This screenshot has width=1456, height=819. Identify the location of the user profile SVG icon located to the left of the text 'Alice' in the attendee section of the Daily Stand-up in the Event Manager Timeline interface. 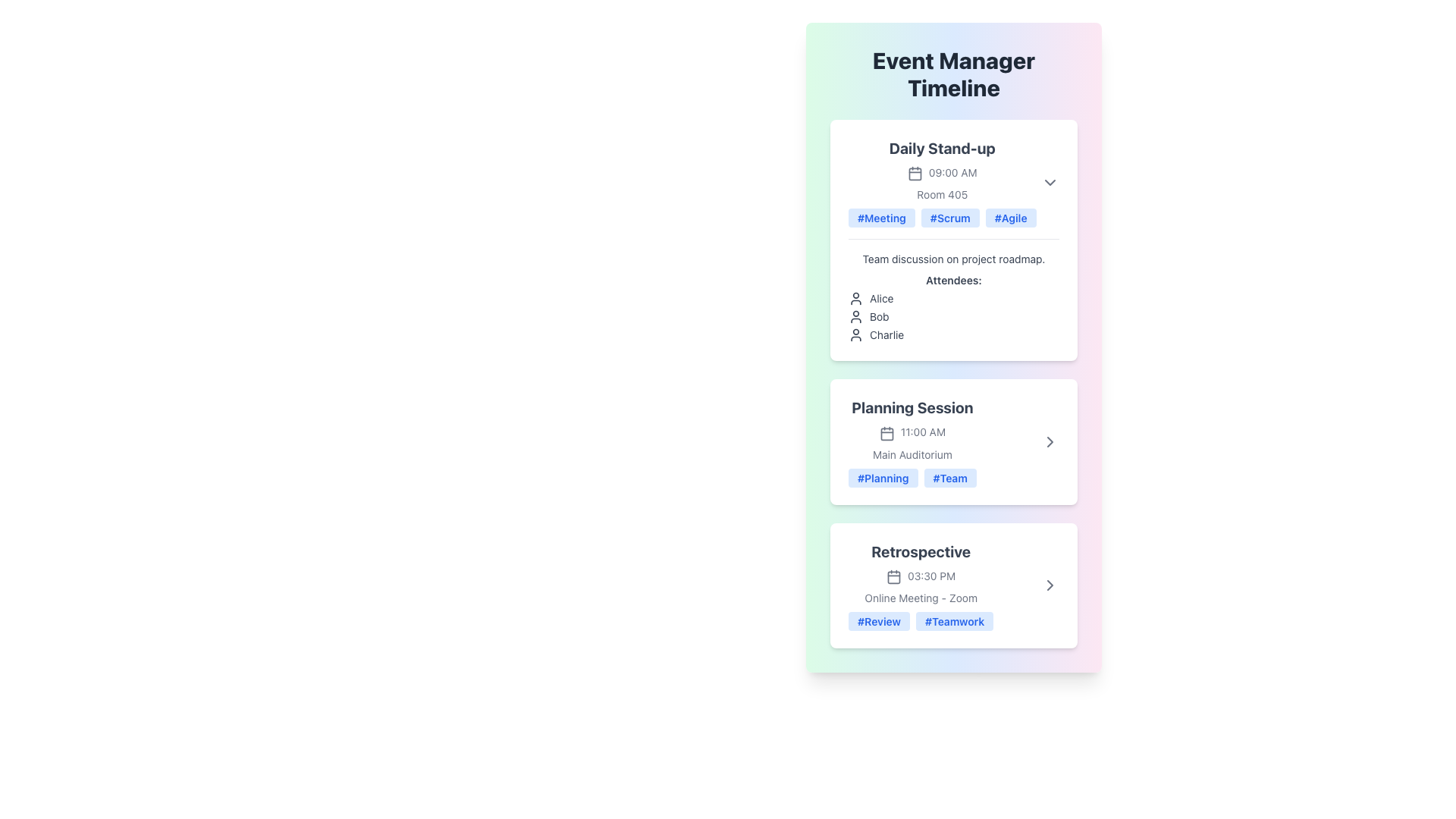
(855, 298).